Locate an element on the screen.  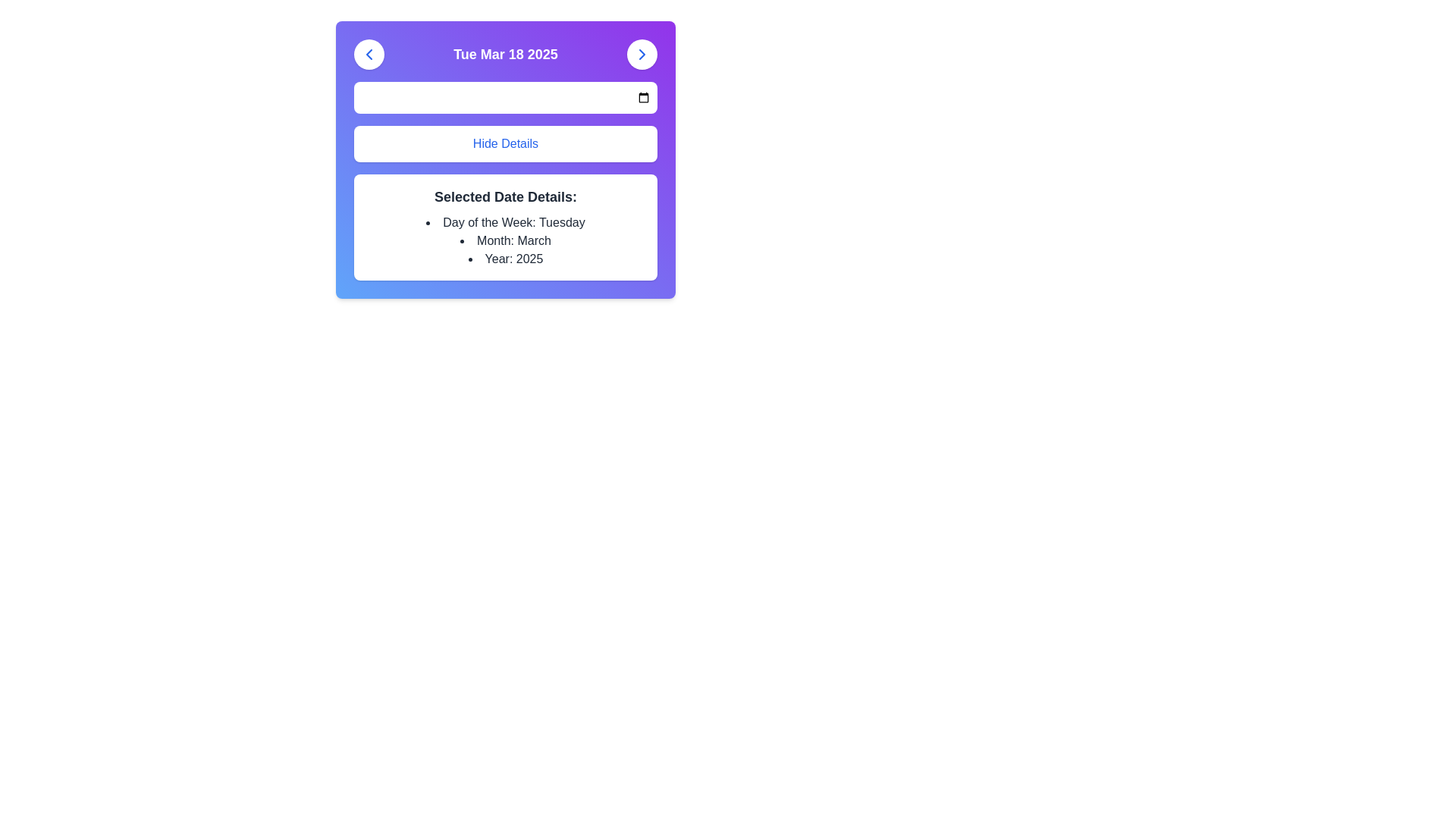
the 'Hide Details' button, which is a rectangular button with white text on a blue background, located below a white text area and above the 'Selected Date Details' section is located at coordinates (506, 160).